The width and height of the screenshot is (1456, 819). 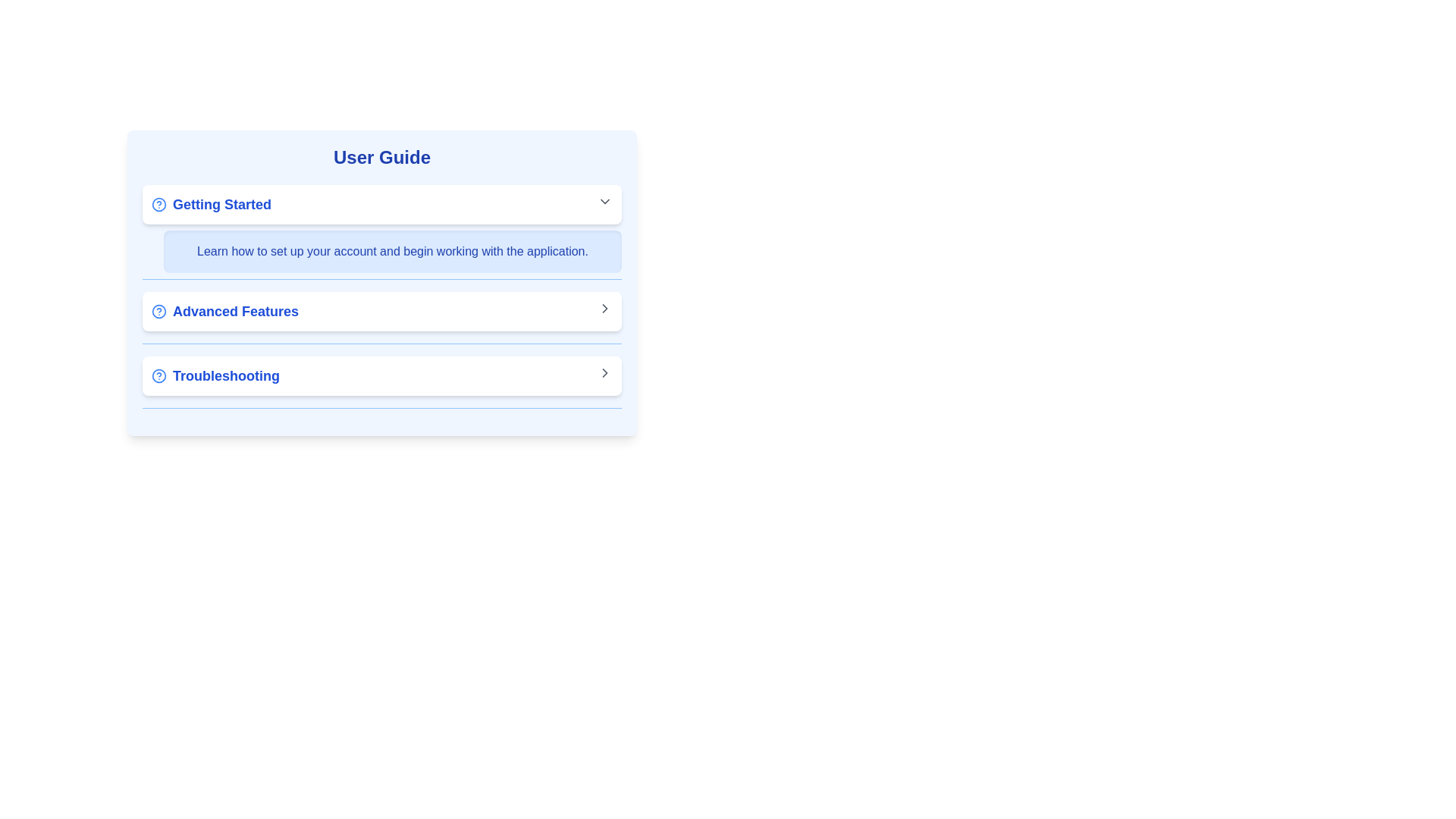 I want to click on the third text label in the user guide menu, so click(x=225, y=375).